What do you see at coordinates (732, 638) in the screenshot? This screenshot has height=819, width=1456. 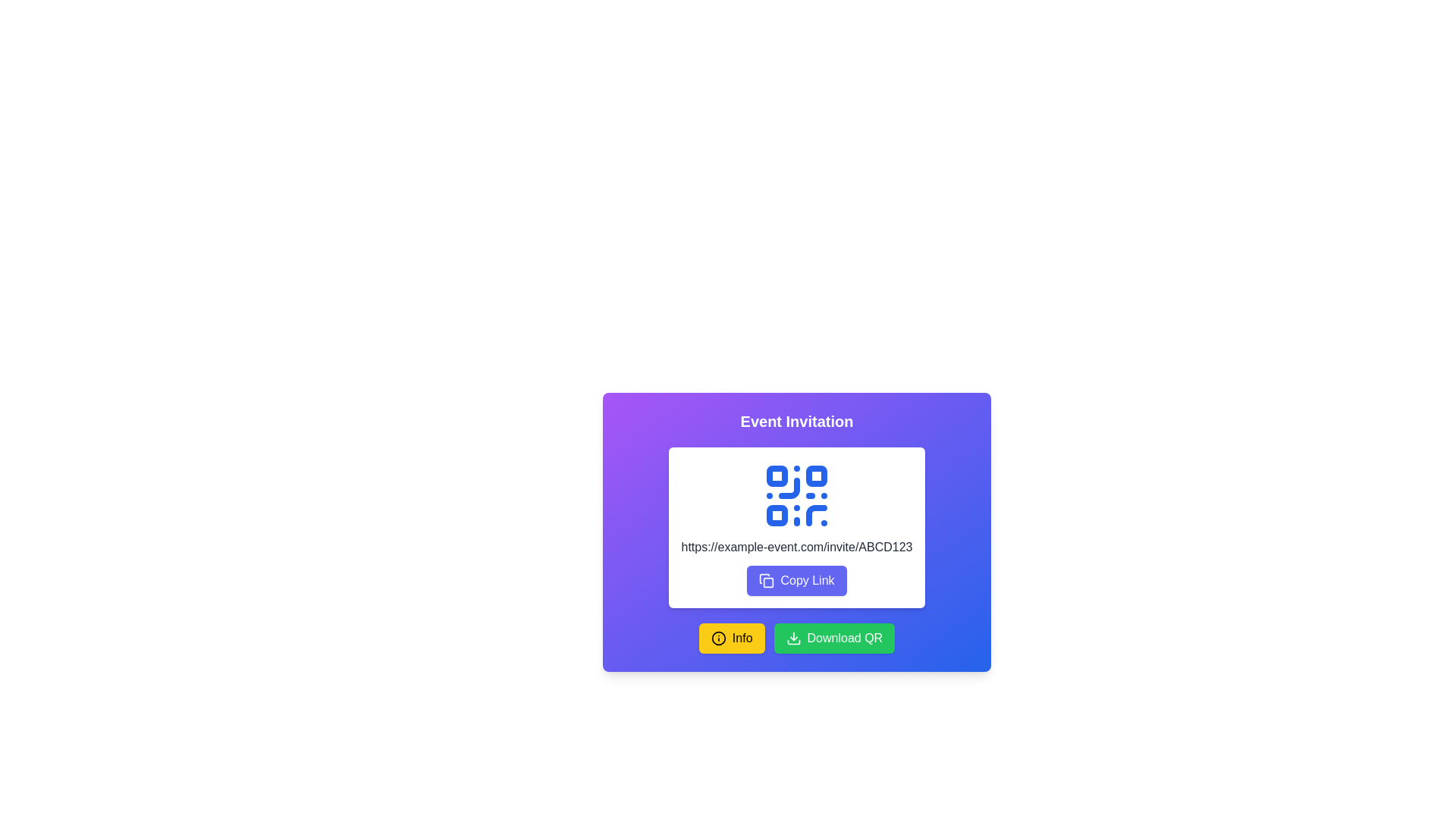 I see `the 'Info' button, which is a rectangular button with a yellow background and black text, located at the bottom of a modal to the left of the 'Download QR' button` at bounding box center [732, 638].